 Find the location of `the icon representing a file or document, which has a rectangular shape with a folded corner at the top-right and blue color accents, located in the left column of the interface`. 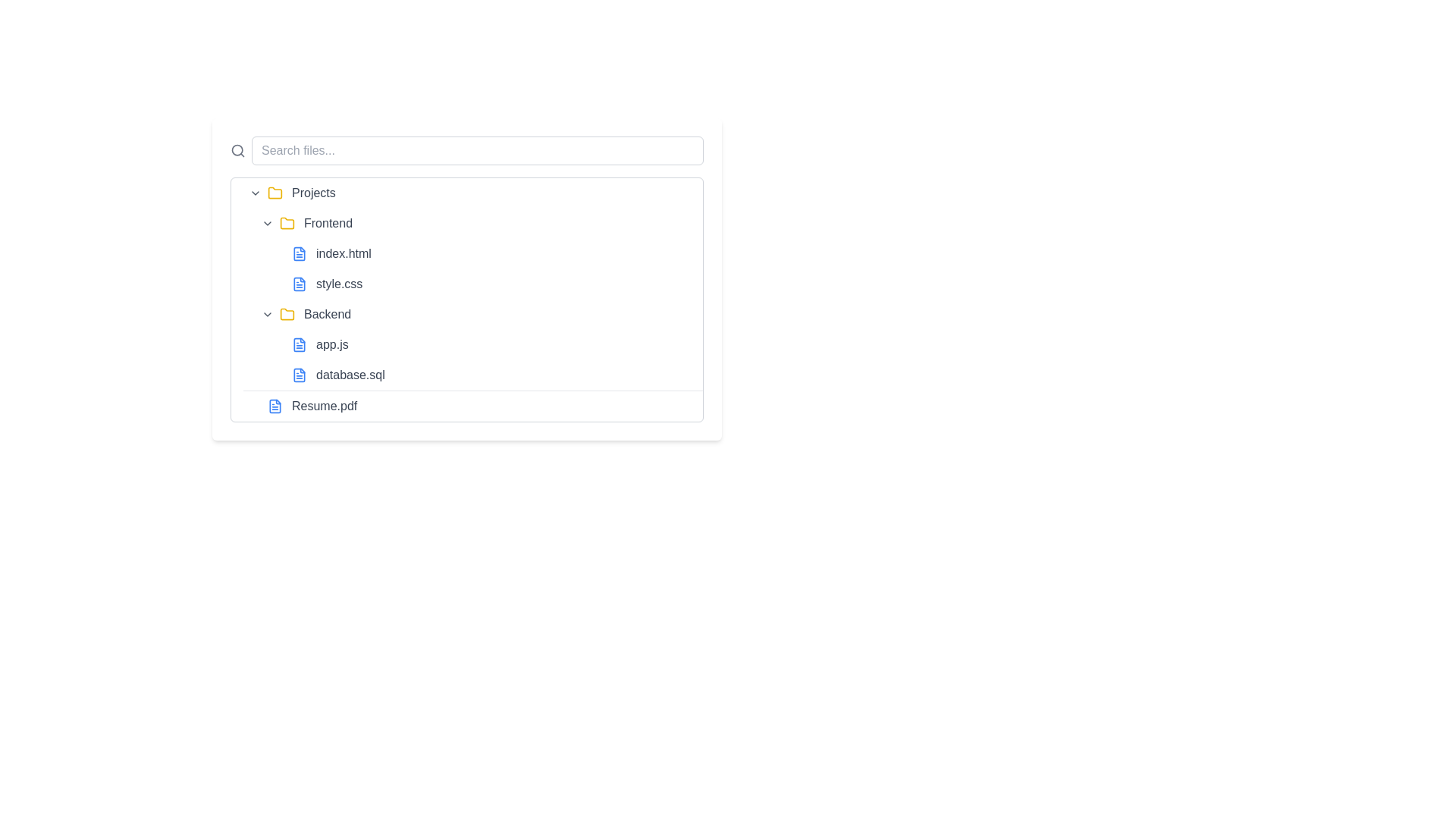

the icon representing a file or document, which has a rectangular shape with a folded corner at the top-right and blue color accents, located in the left column of the interface is located at coordinates (299, 284).